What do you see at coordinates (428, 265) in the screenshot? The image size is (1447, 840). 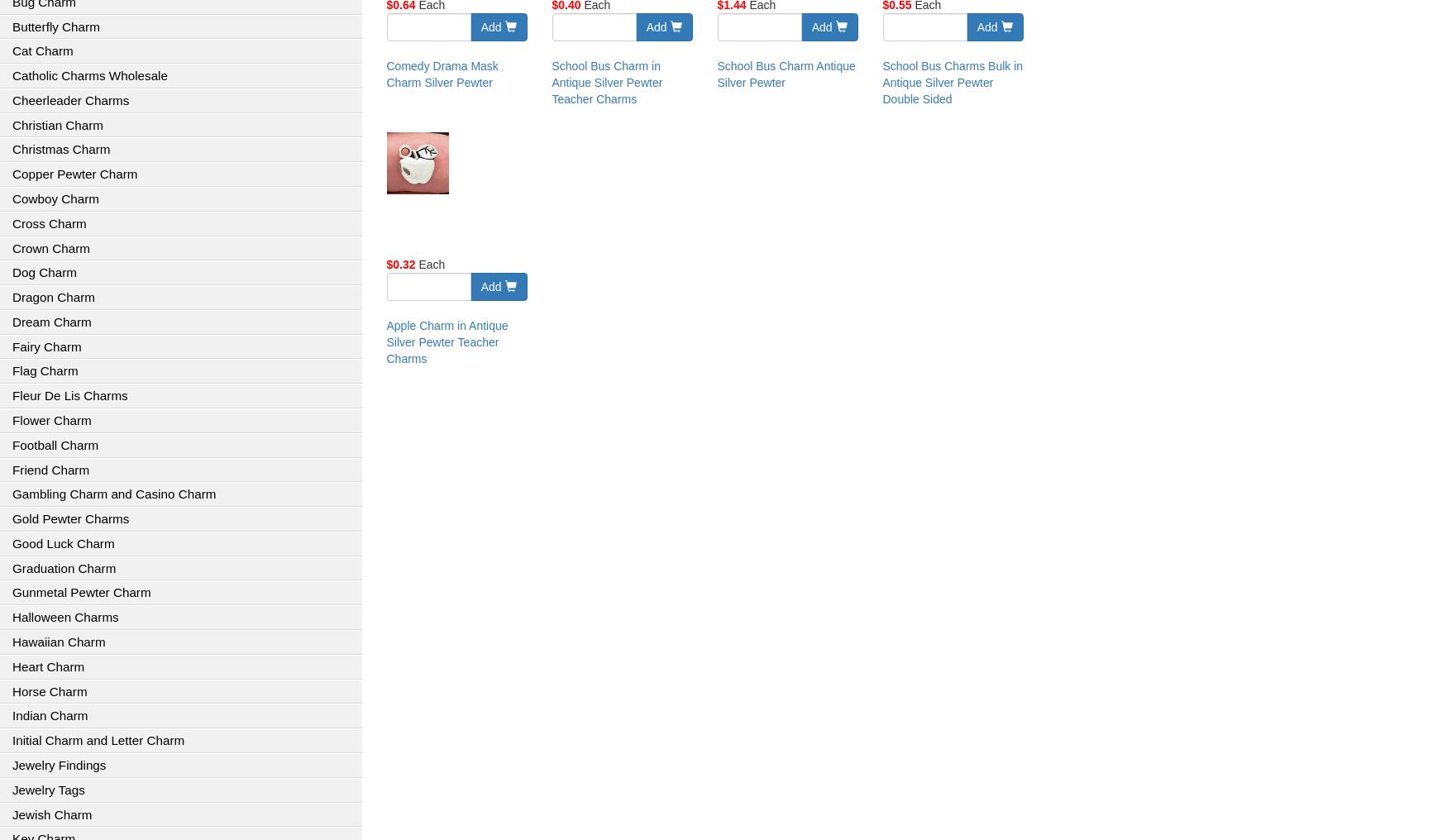 I see `'Each'` at bounding box center [428, 265].